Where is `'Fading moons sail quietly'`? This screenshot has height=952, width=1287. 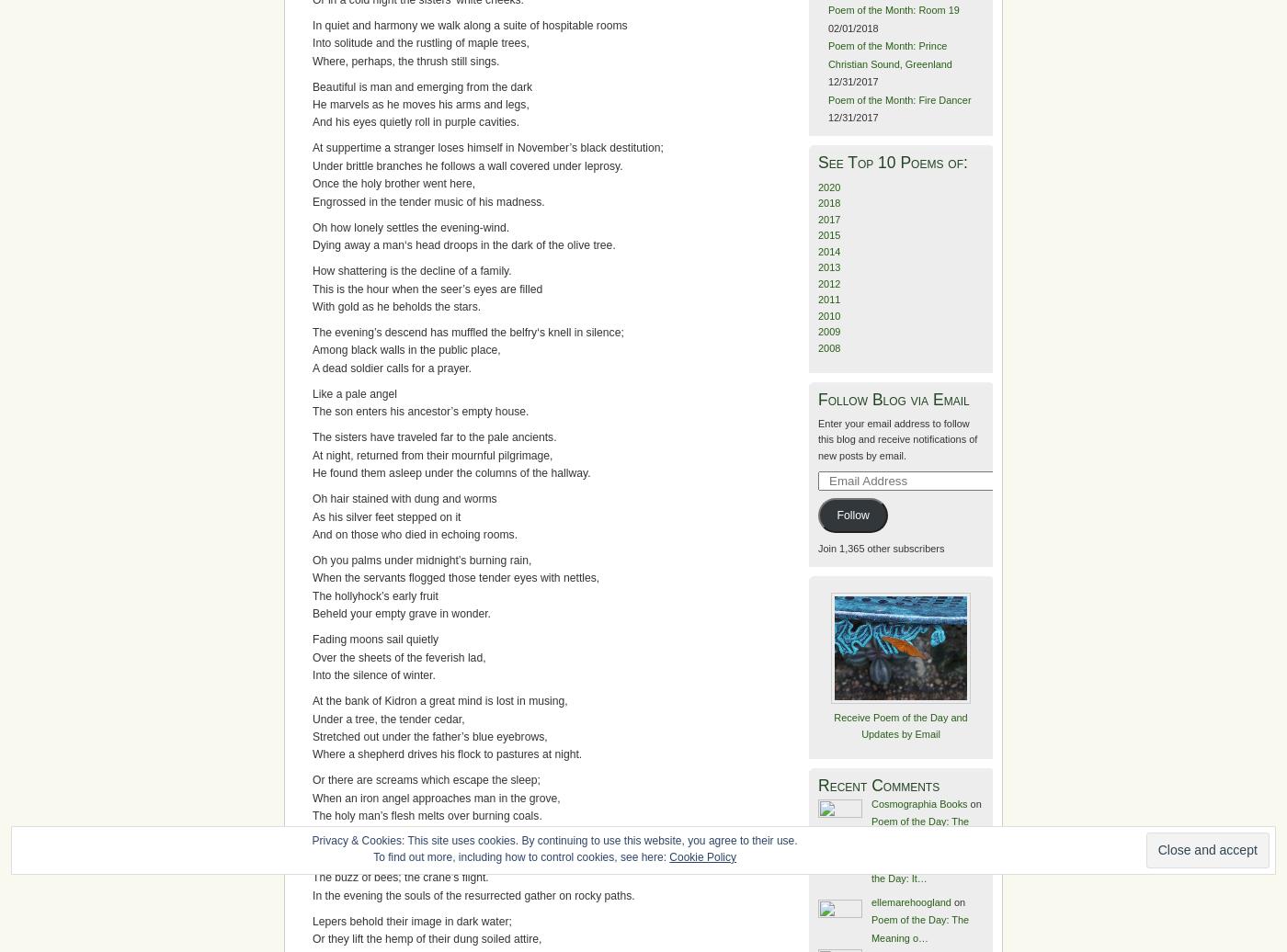 'Fading moons sail quietly' is located at coordinates (375, 639).